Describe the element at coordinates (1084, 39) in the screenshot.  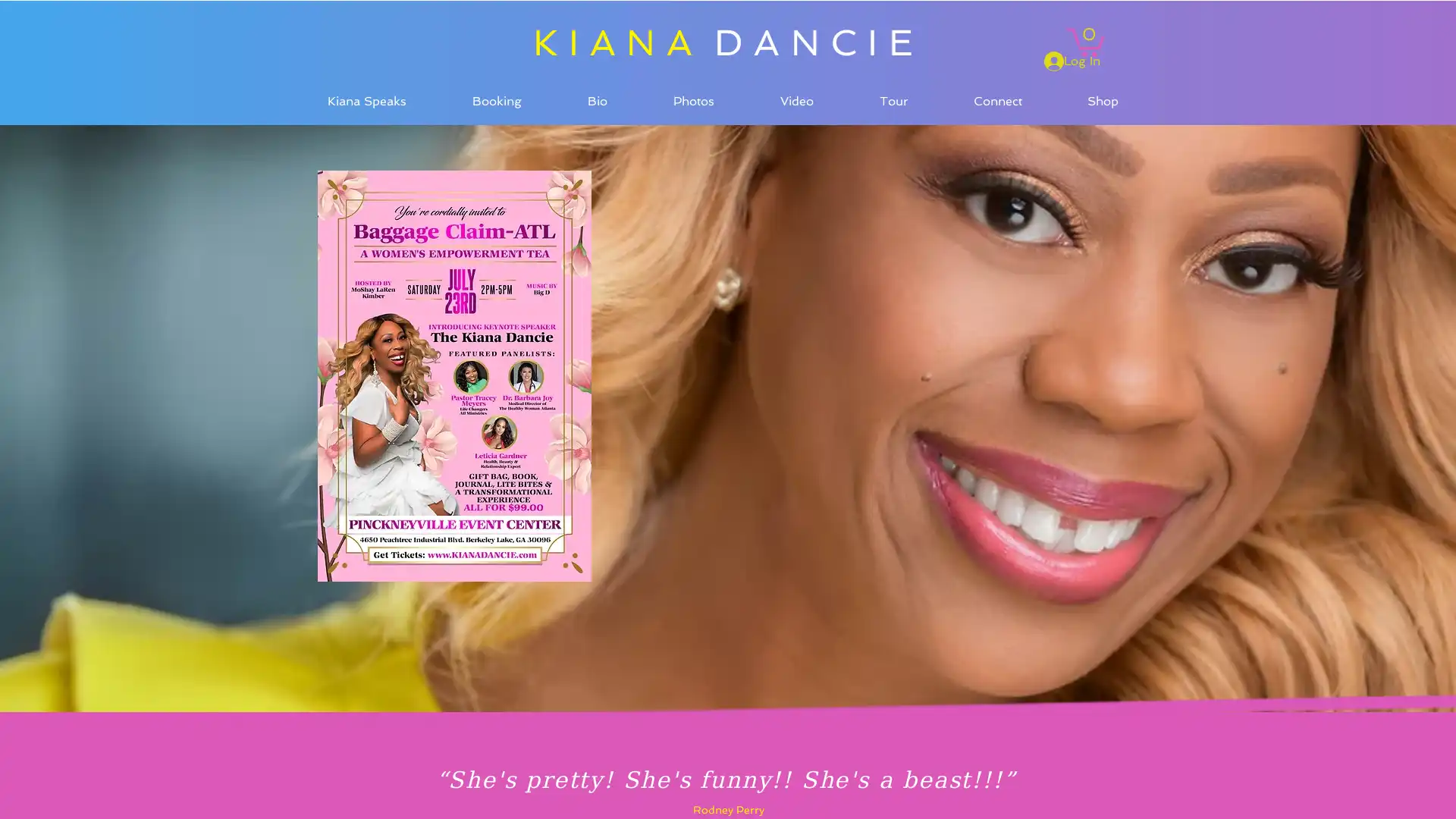
I see `Cart with 0 items` at that location.